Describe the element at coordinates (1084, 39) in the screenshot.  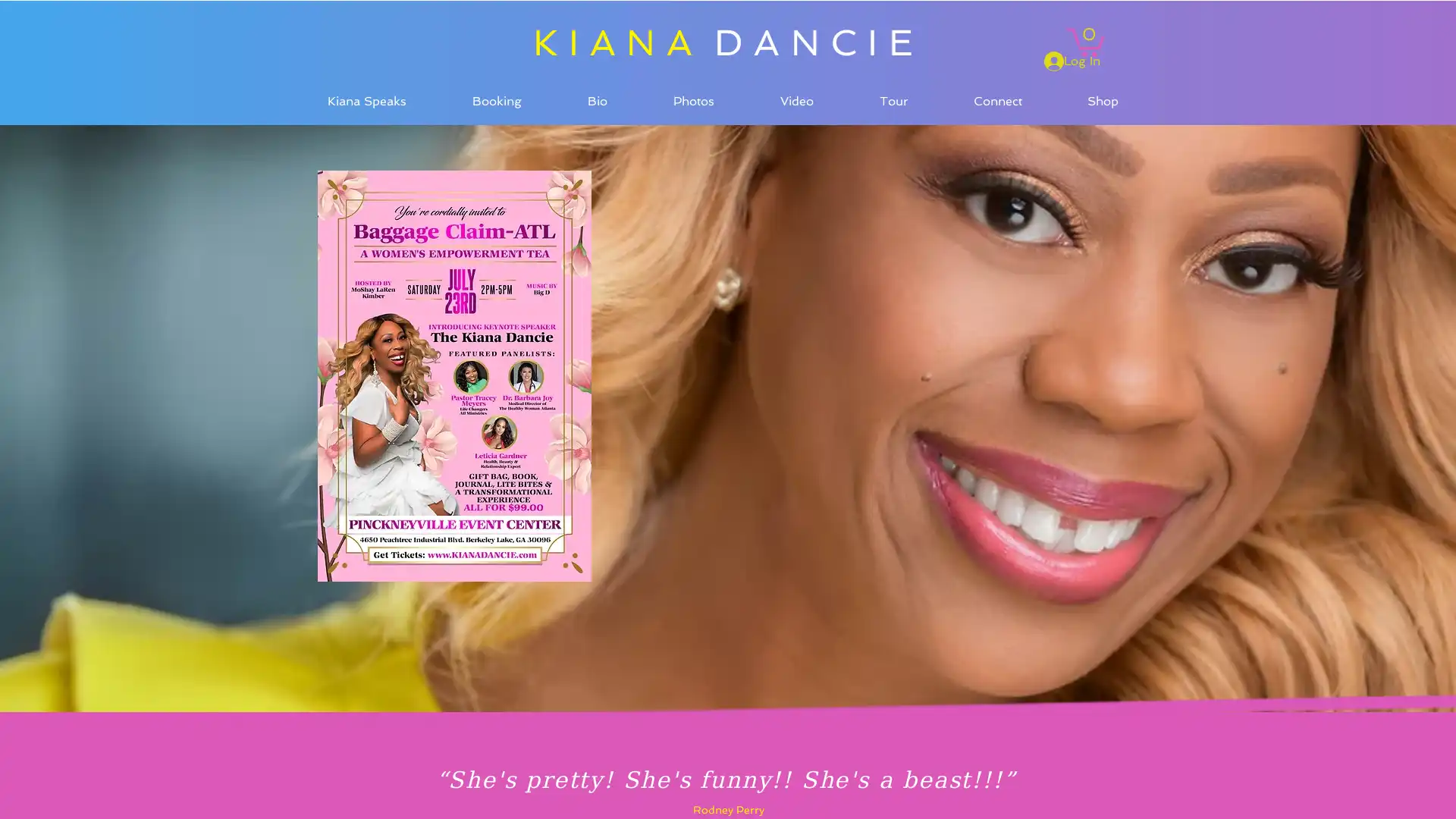
I see `Cart with 0 items` at that location.